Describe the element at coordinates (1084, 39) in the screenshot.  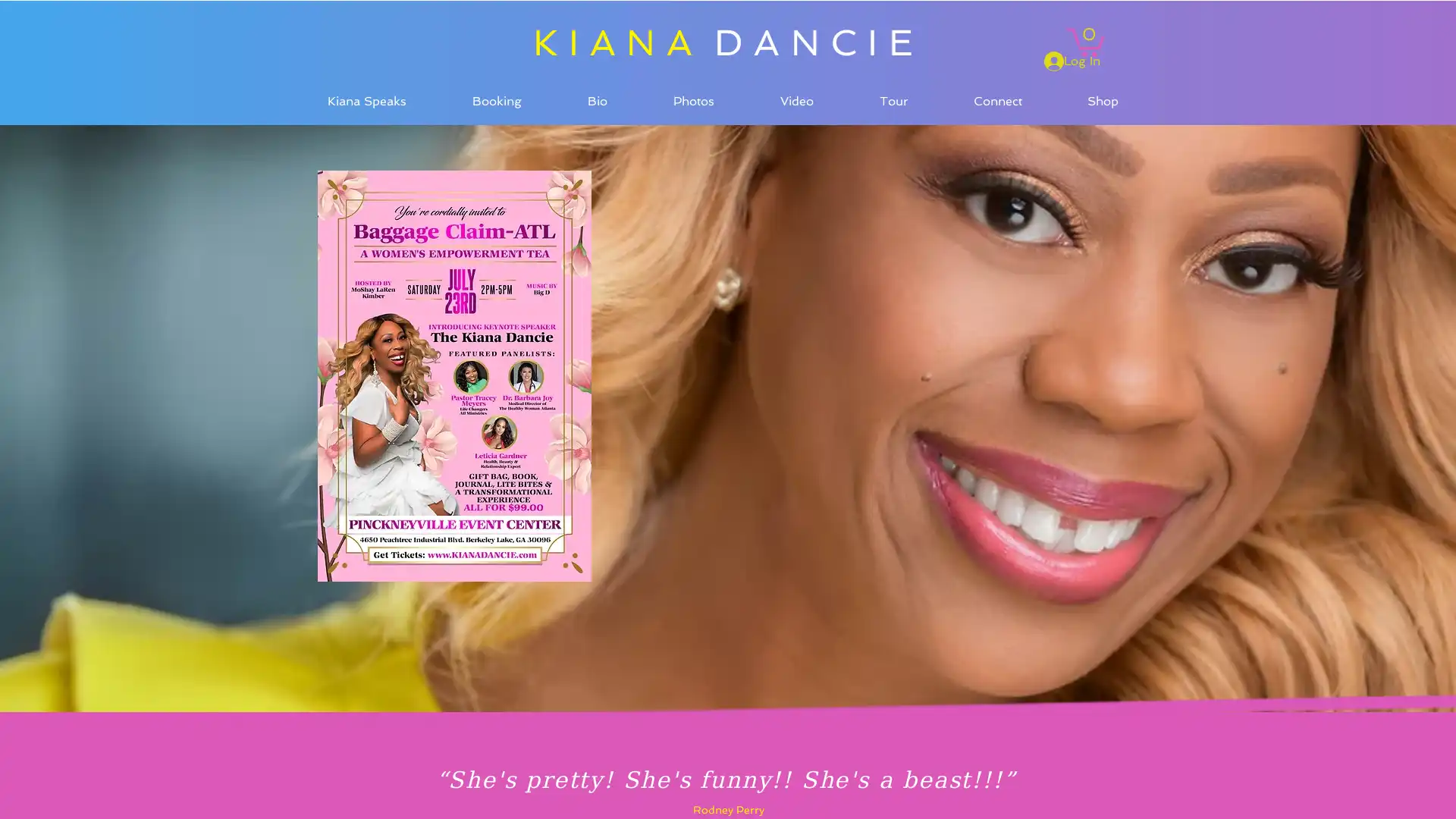
I see `Cart with 0 items` at that location.